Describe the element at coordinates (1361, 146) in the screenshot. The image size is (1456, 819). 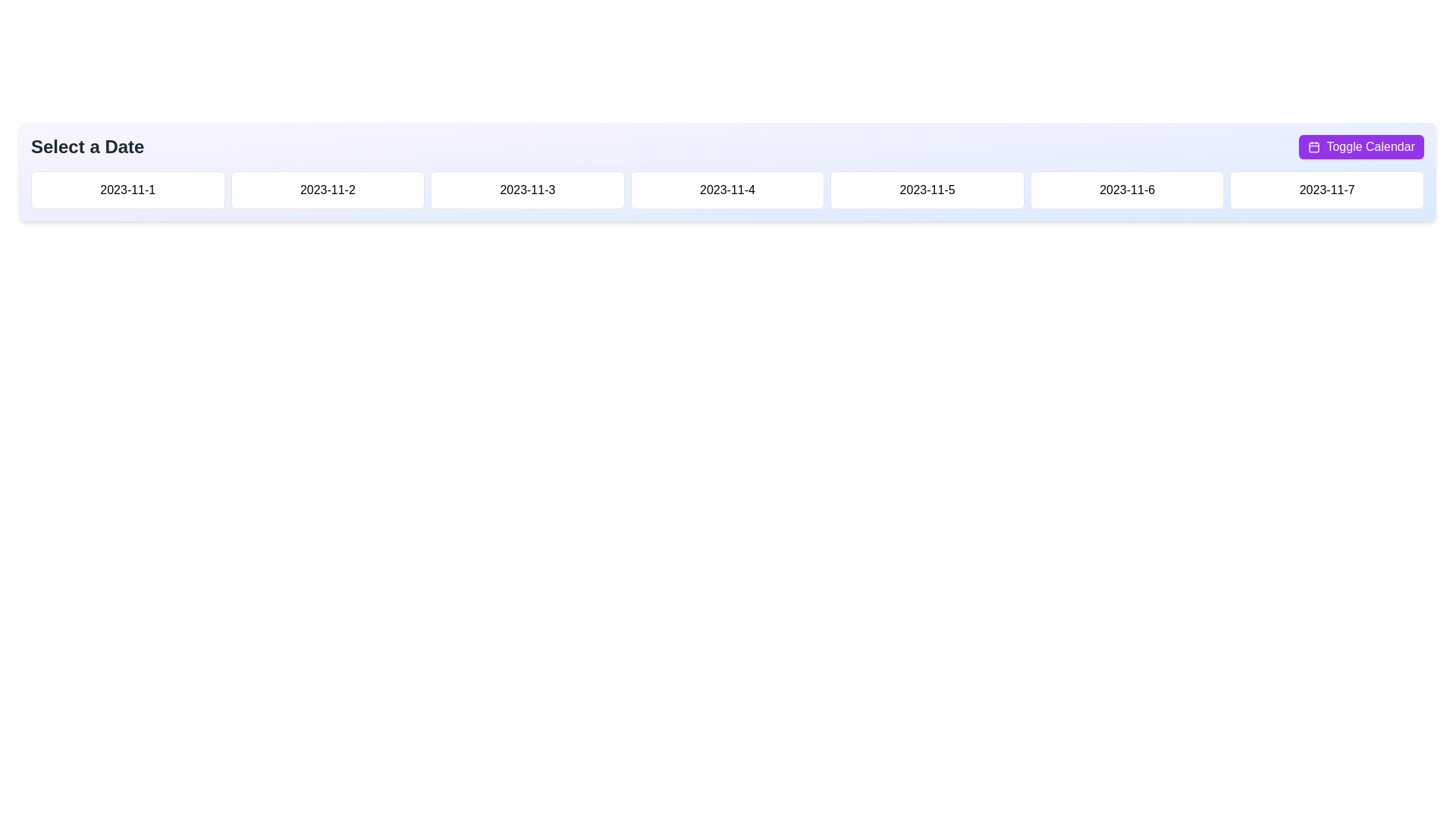
I see `the button located on the far right of the top interface, which toggles the visibility of the calendar interface` at that location.